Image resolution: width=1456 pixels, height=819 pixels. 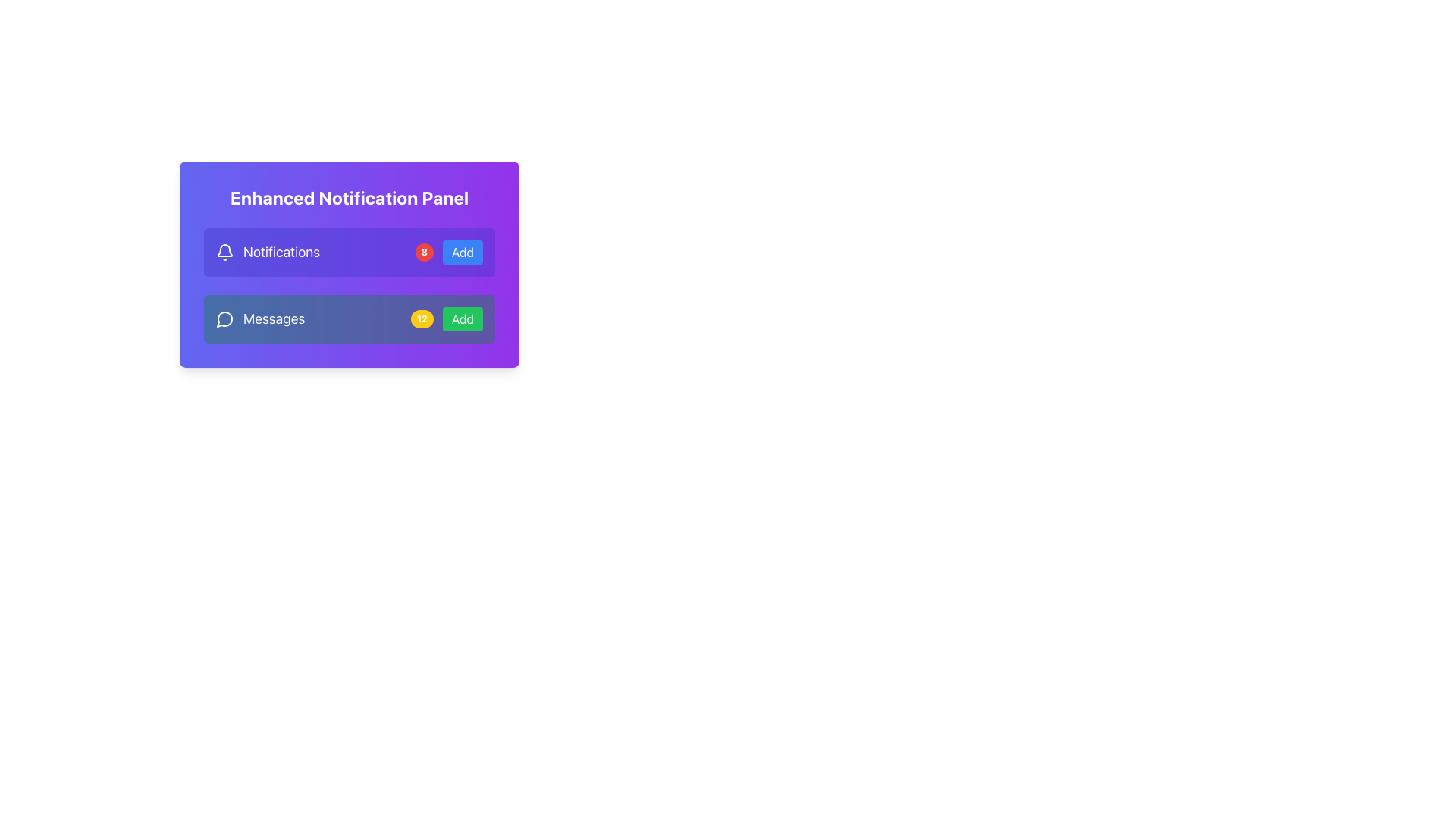 I want to click on the 'Messages' text with a speech bubble icon located in the lower half of the purple notification panel, so click(x=260, y=318).